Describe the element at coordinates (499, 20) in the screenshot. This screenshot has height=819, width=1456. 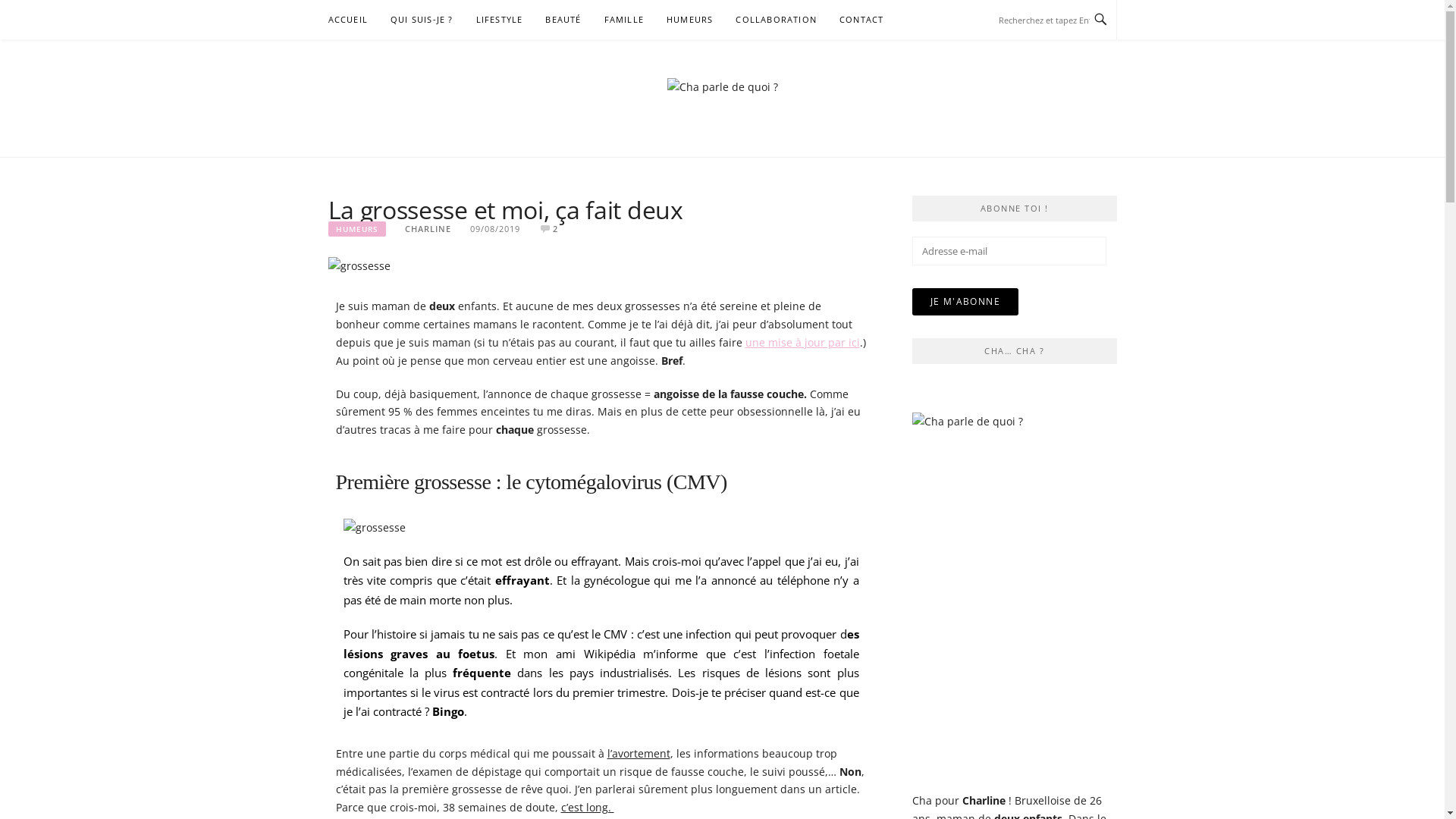
I see `'LIFESTYLE'` at that location.